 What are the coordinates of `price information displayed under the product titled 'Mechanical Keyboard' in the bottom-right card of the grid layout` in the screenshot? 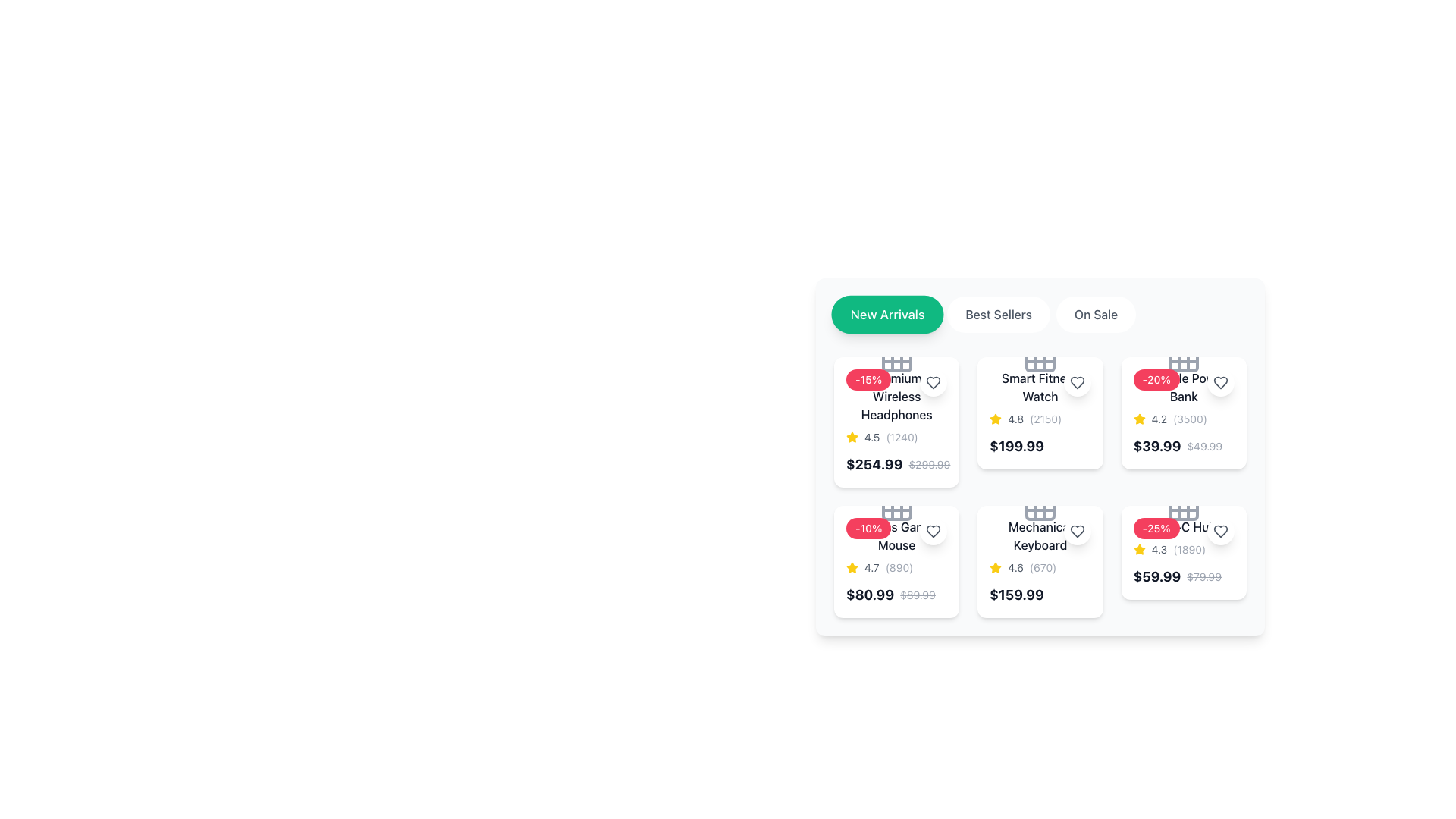 It's located at (1017, 595).